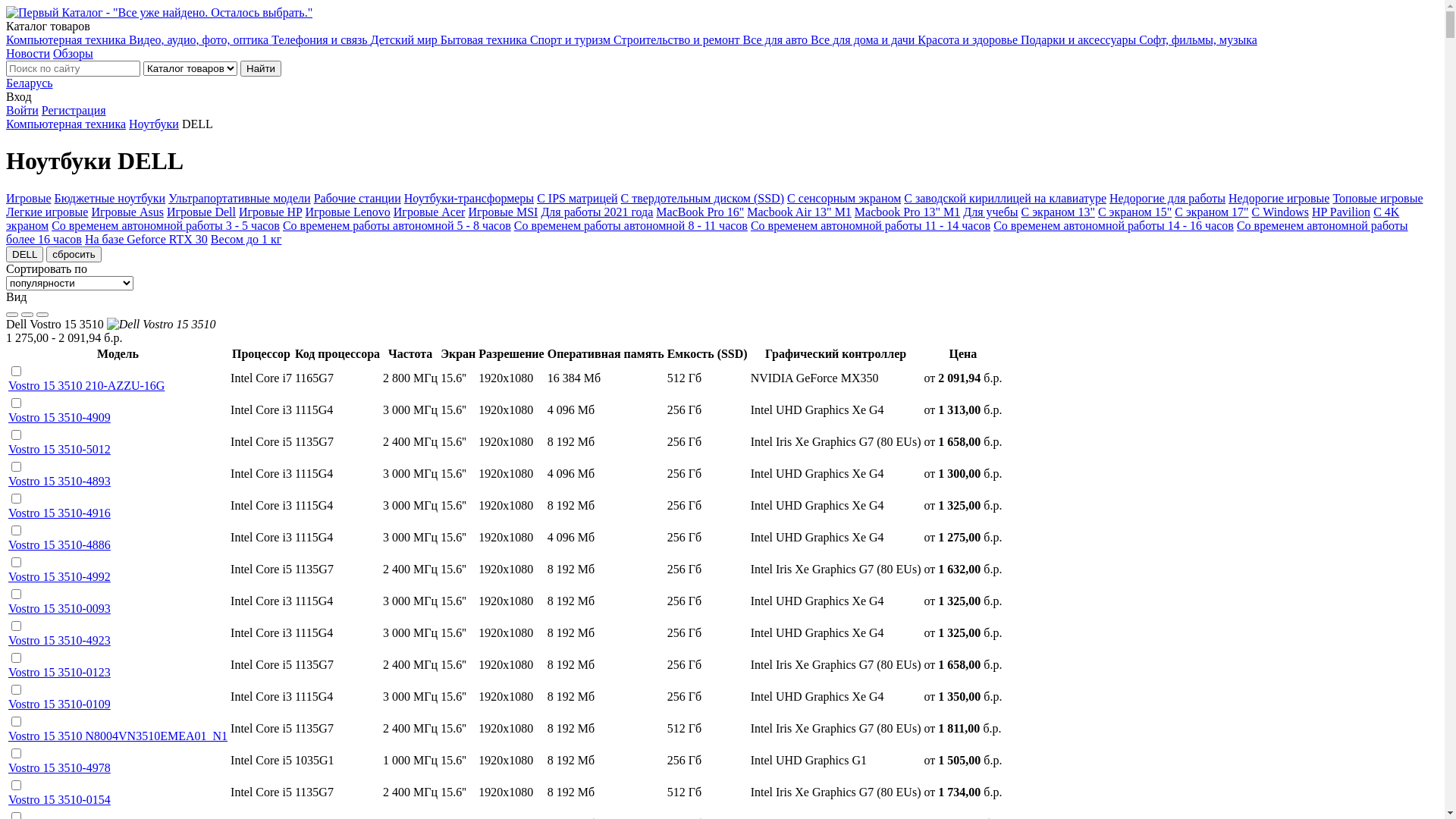 Image resolution: width=1456 pixels, height=819 pixels. I want to click on 'Dell Vostro 15 3510', so click(161, 324).